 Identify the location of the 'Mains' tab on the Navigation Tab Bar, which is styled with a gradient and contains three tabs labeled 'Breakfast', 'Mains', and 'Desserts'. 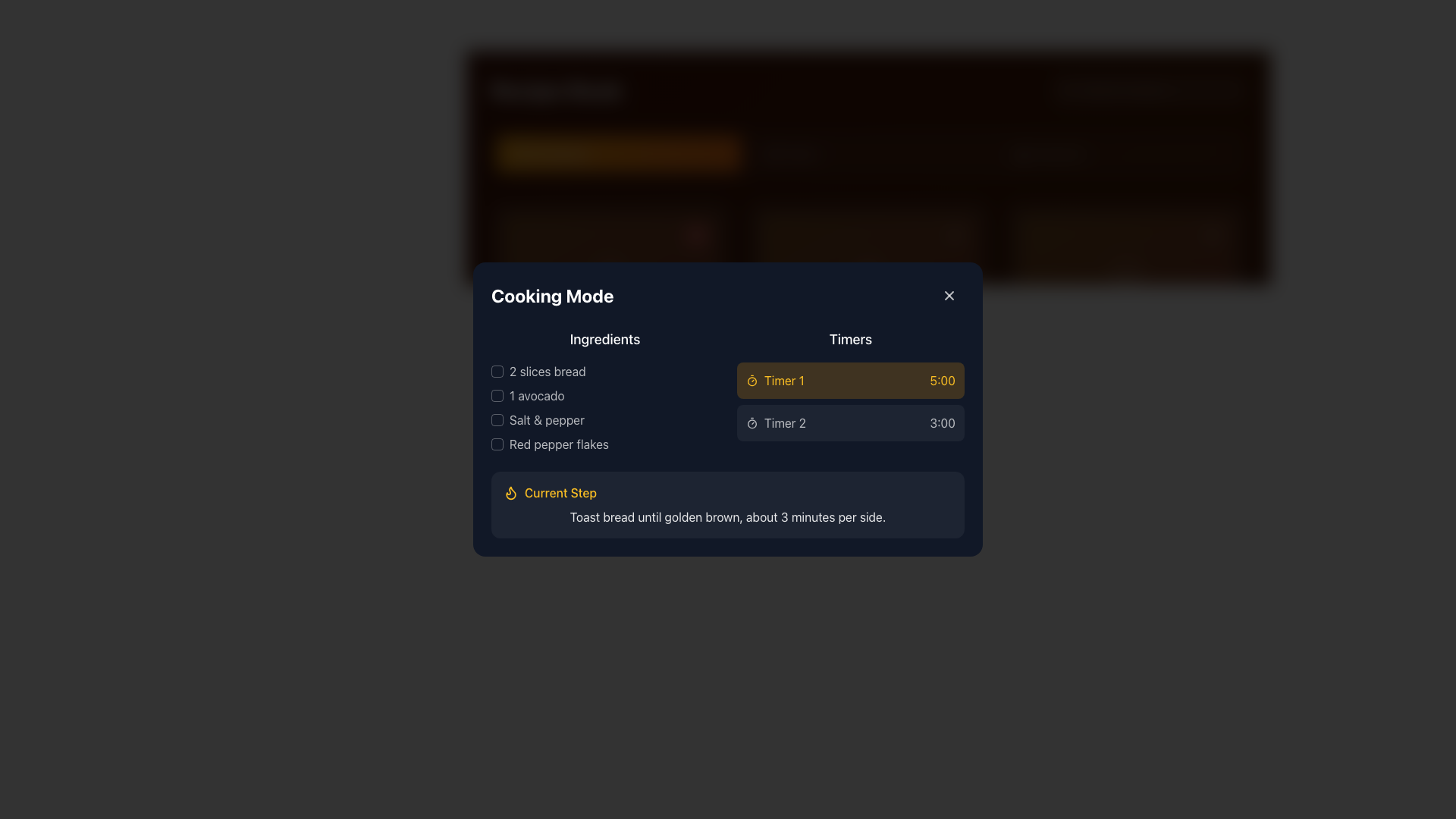
(868, 154).